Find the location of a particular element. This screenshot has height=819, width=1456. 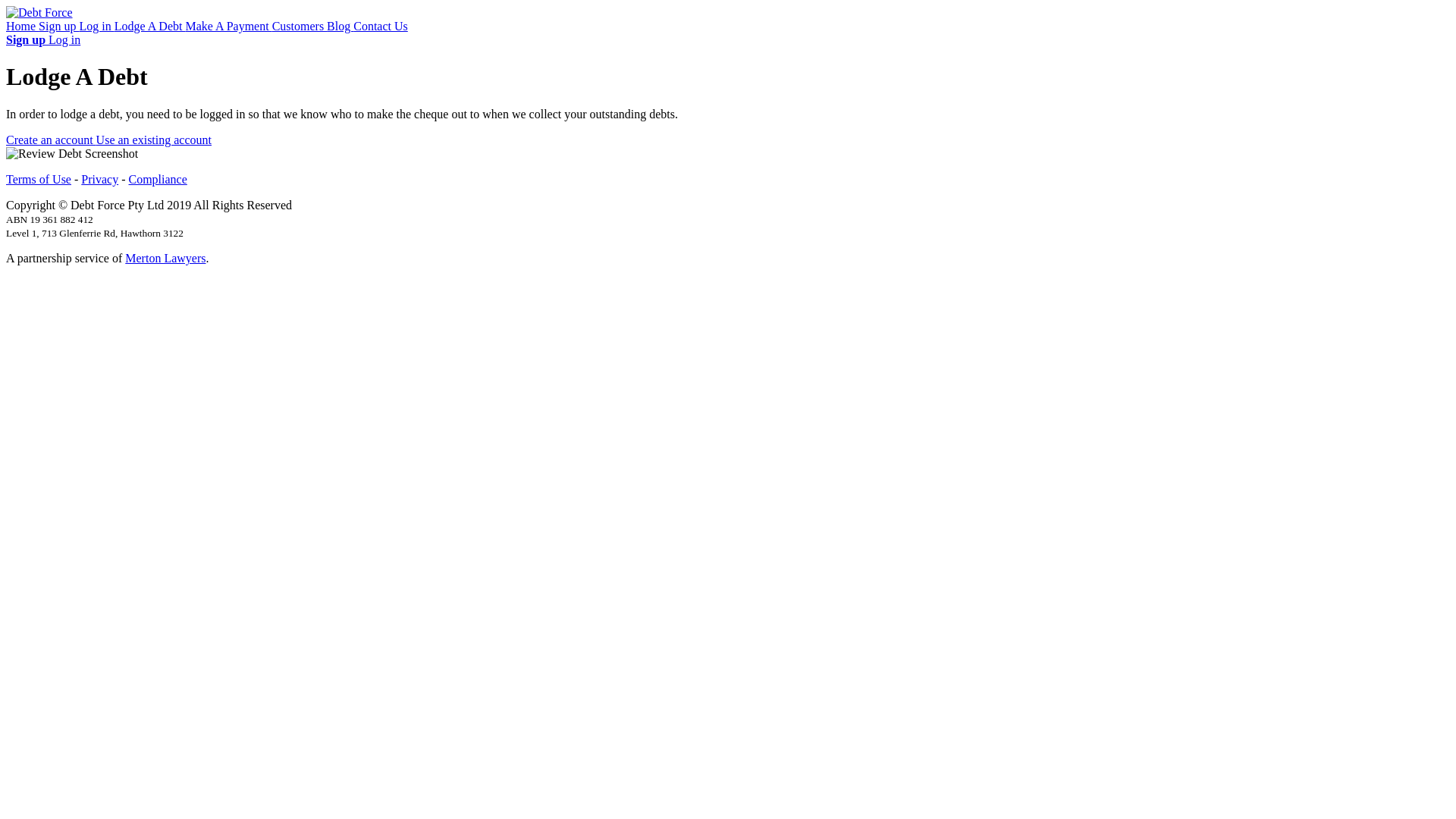

'Log in' is located at coordinates (95, 26).